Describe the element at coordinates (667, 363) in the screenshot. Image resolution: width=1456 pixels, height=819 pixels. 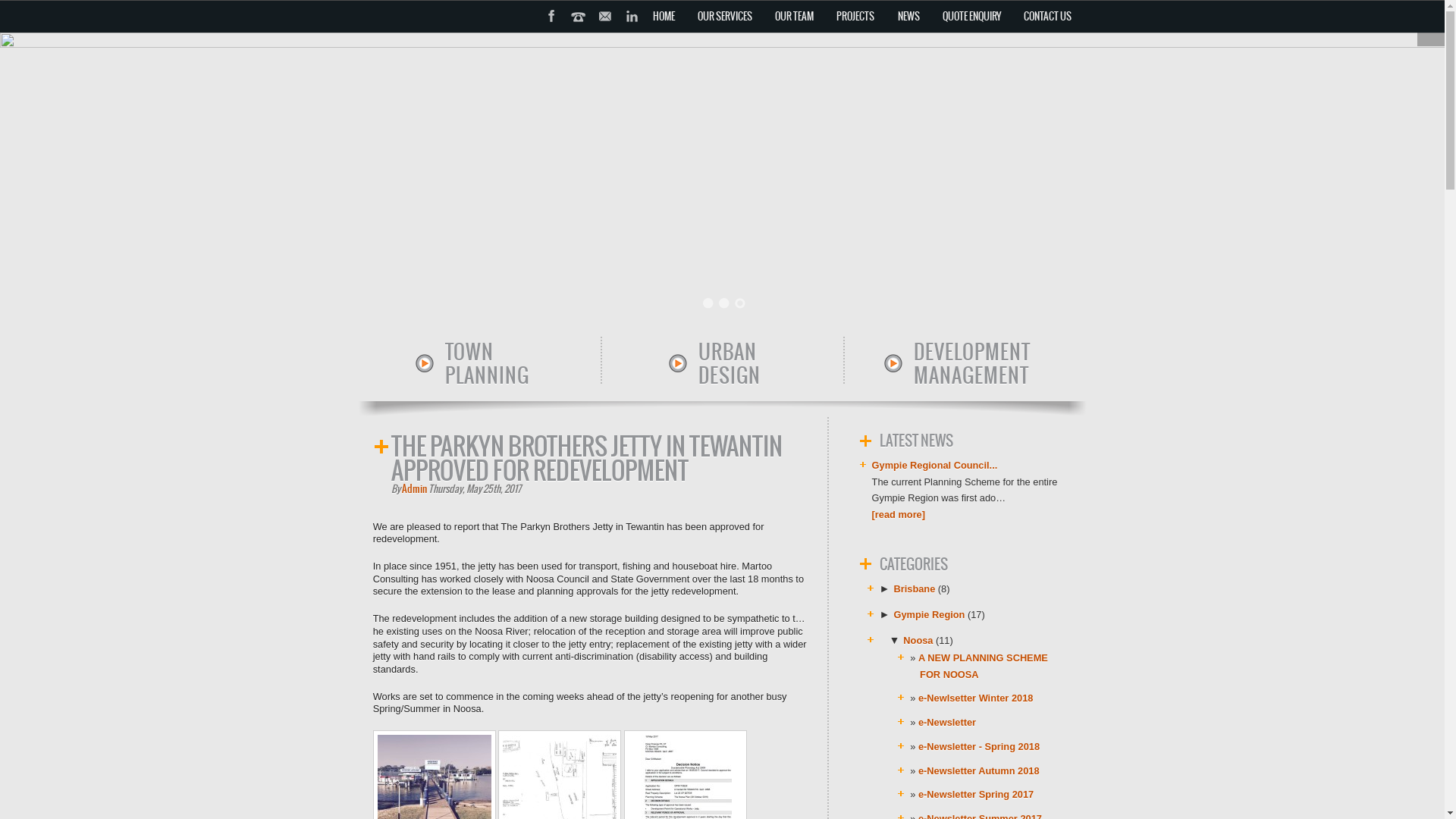
I see `'URBAN` at that location.